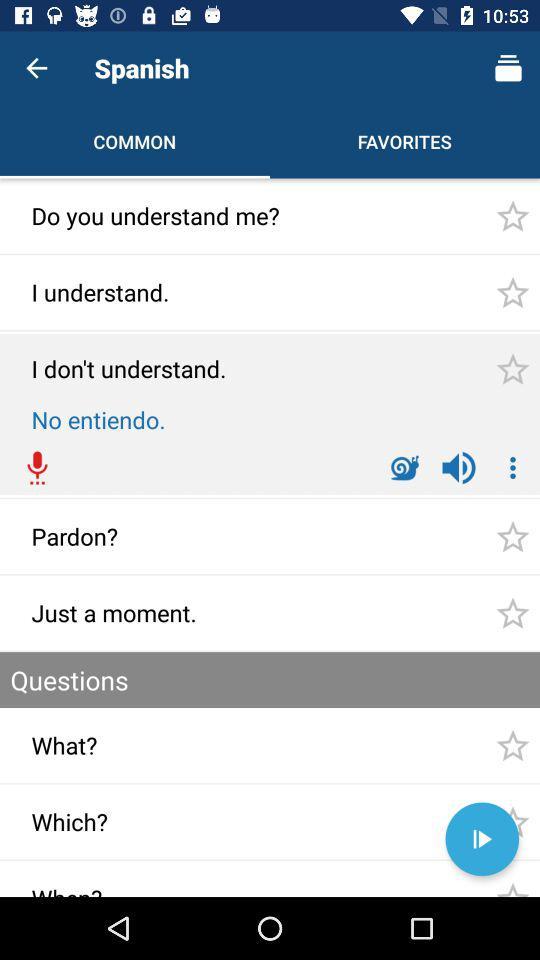 The image size is (540, 960). I want to click on the more options icon which is on the right side of volume icon, so click(513, 468).